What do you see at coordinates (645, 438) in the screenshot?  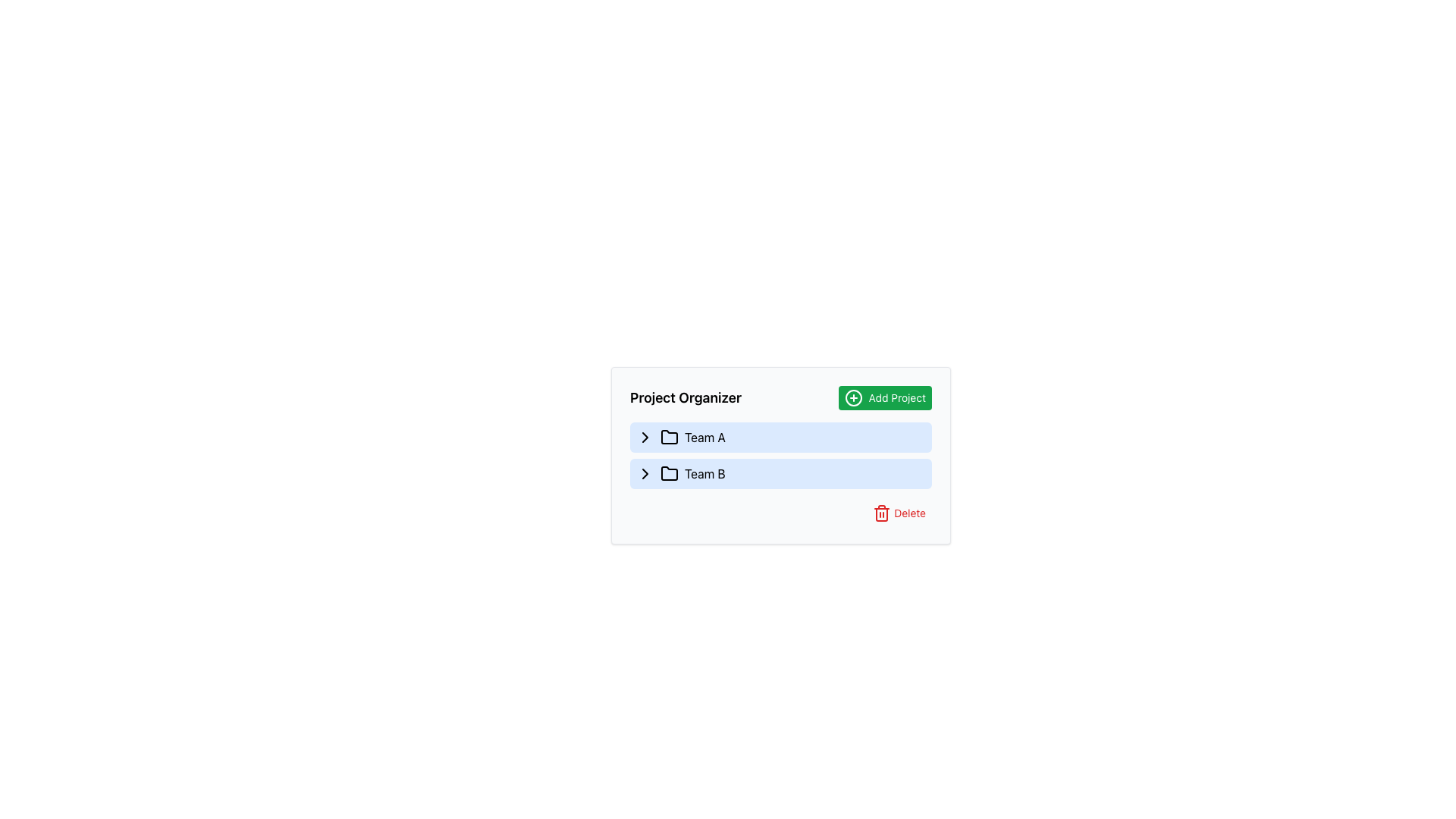 I see `the small rightward-chevron icon located in the 'Team A' row of the 'Project Organizer' section` at bounding box center [645, 438].